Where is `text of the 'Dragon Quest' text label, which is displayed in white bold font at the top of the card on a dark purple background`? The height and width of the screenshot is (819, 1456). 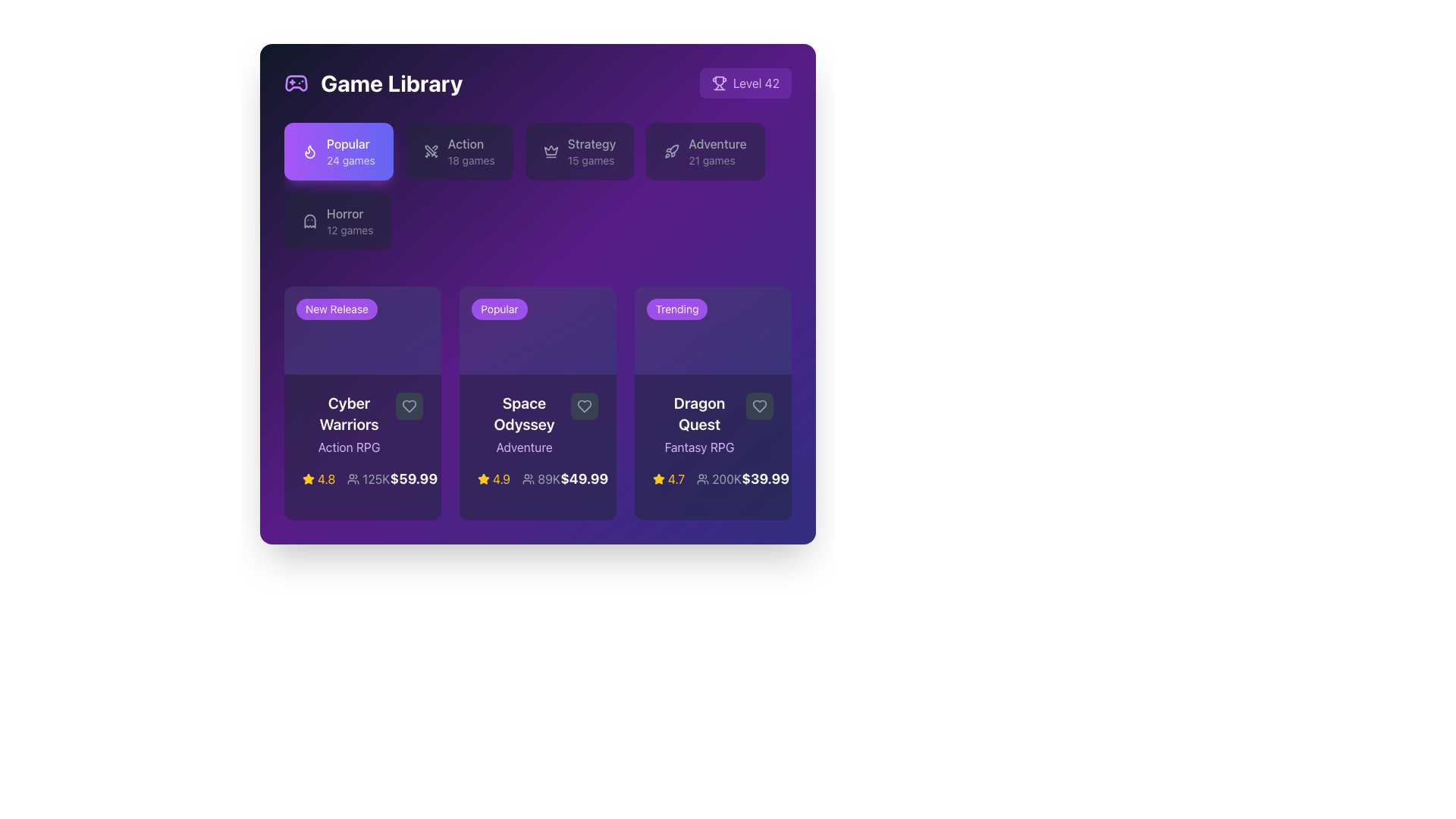
text of the 'Dragon Quest' text label, which is displayed in white bold font at the top of the card on a dark purple background is located at coordinates (698, 414).